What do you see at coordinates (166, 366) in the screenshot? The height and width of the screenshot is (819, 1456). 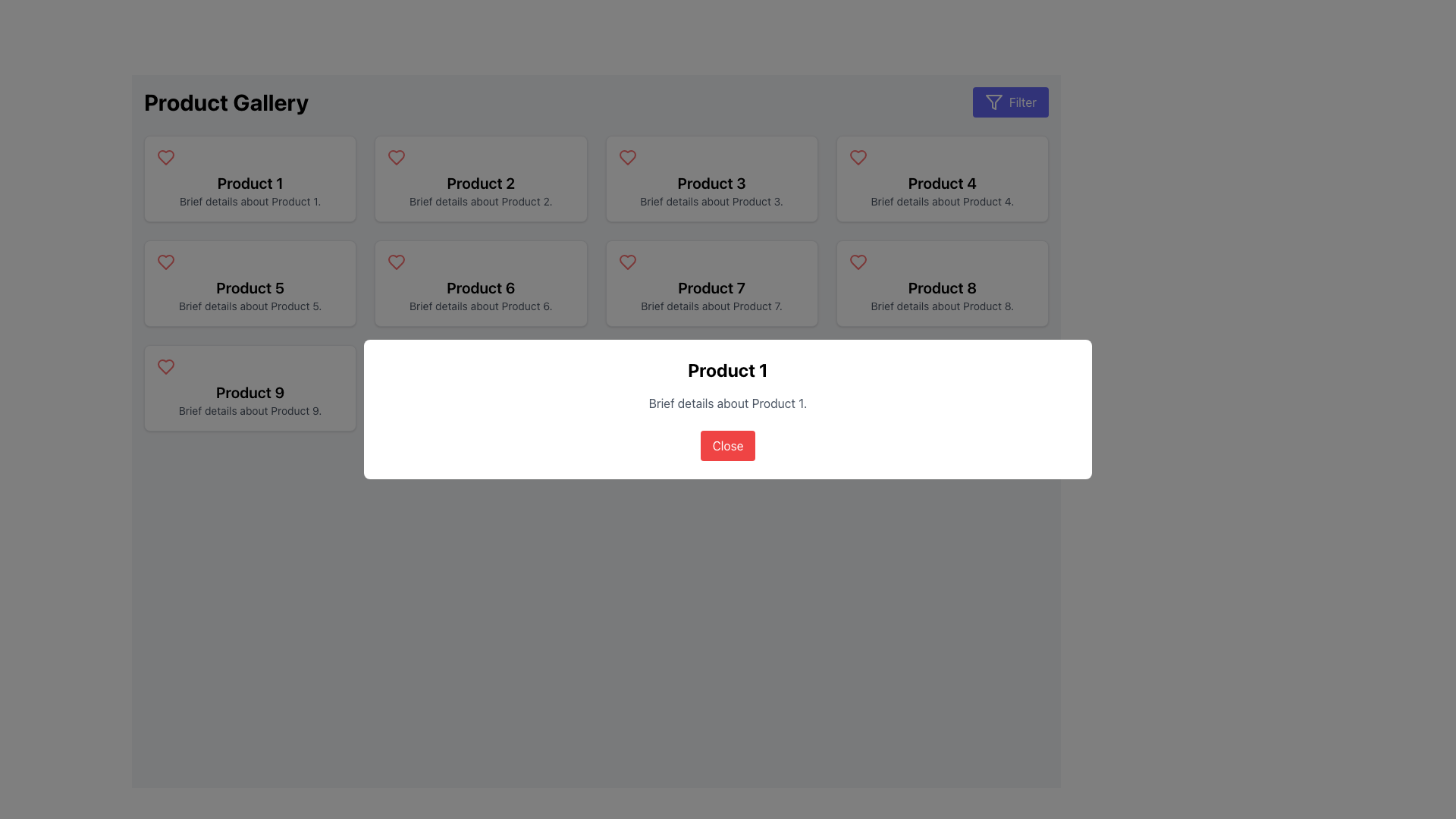 I see `the Icon Button located in the bottom row of the product grid for 'Product 9'` at bounding box center [166, 366].